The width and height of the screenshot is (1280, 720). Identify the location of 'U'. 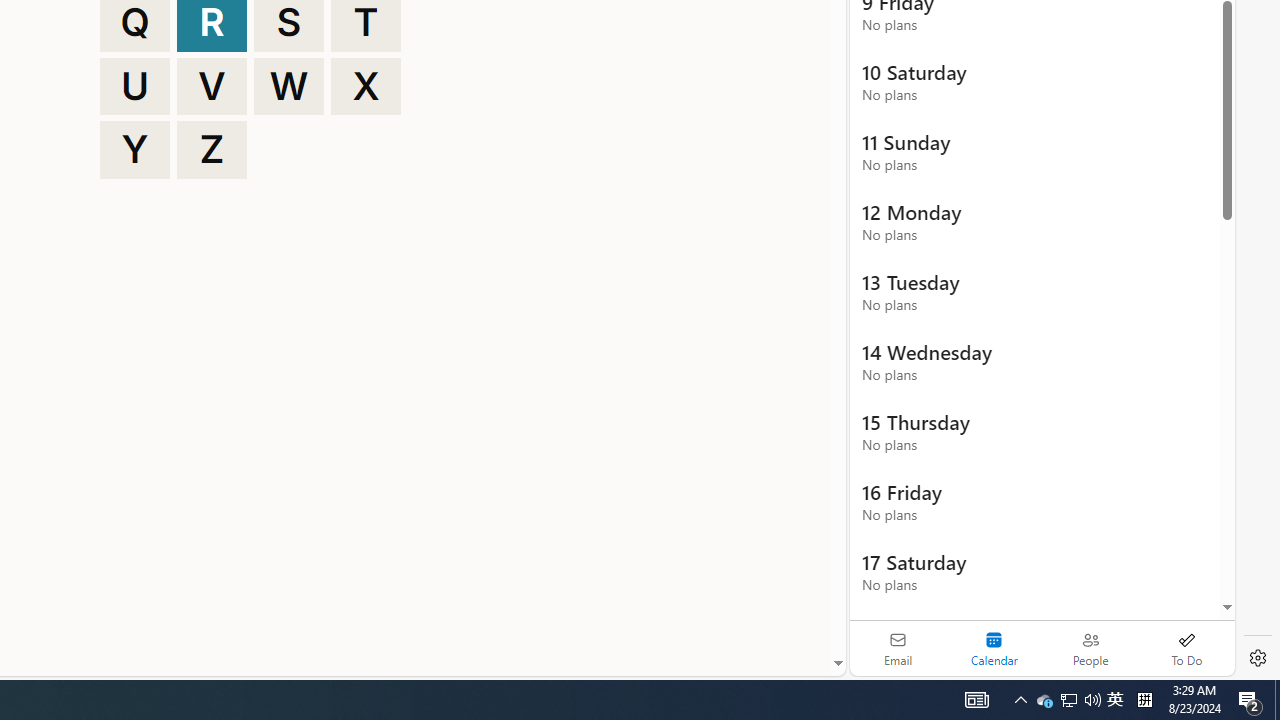
(134, 85).